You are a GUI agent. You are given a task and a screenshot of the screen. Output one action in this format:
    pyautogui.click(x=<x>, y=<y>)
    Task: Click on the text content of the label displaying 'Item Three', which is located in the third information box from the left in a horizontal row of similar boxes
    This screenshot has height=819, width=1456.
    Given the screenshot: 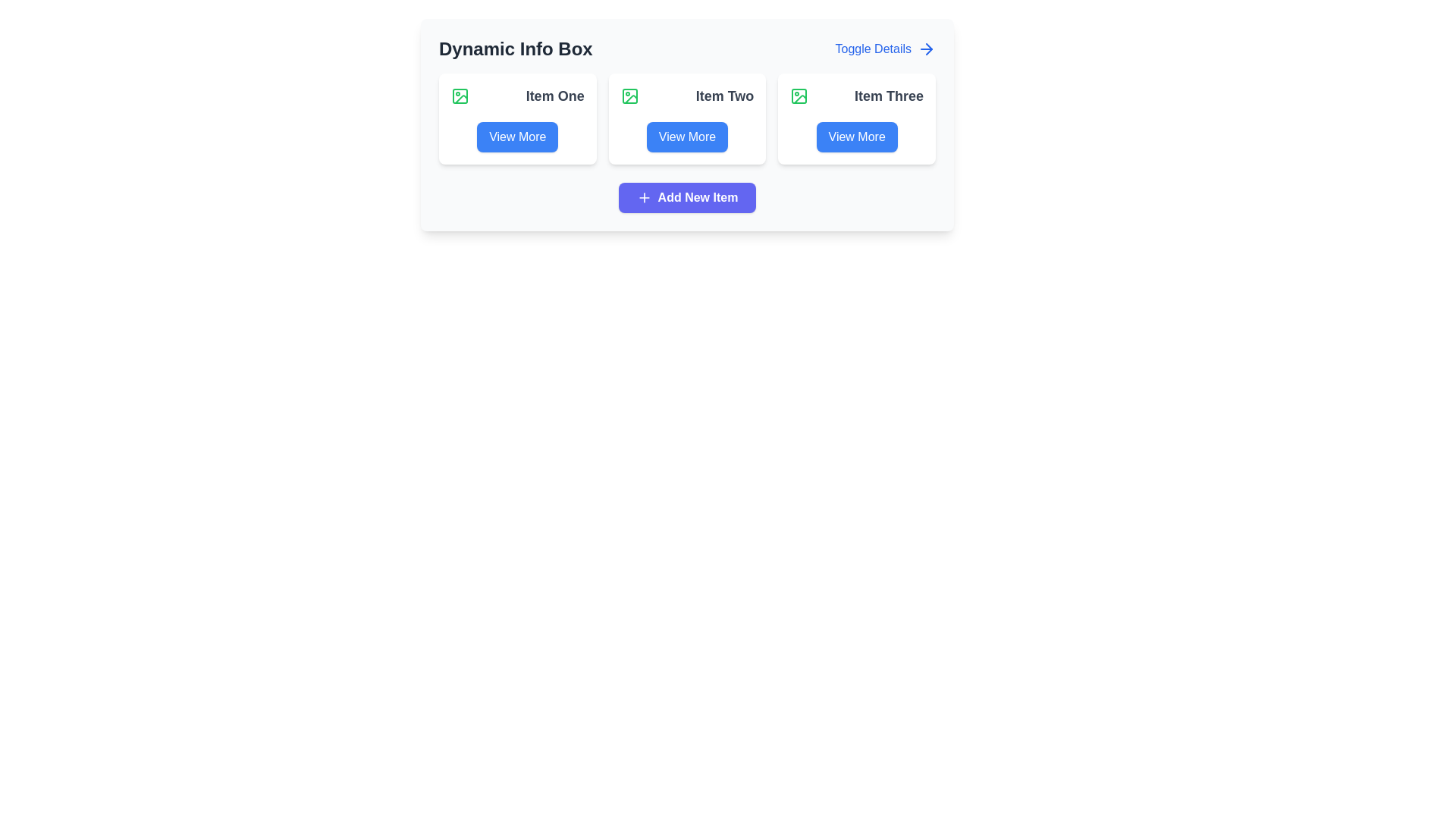 What is the action you would take?
    pyautogui.click(x=889, y=96)
    